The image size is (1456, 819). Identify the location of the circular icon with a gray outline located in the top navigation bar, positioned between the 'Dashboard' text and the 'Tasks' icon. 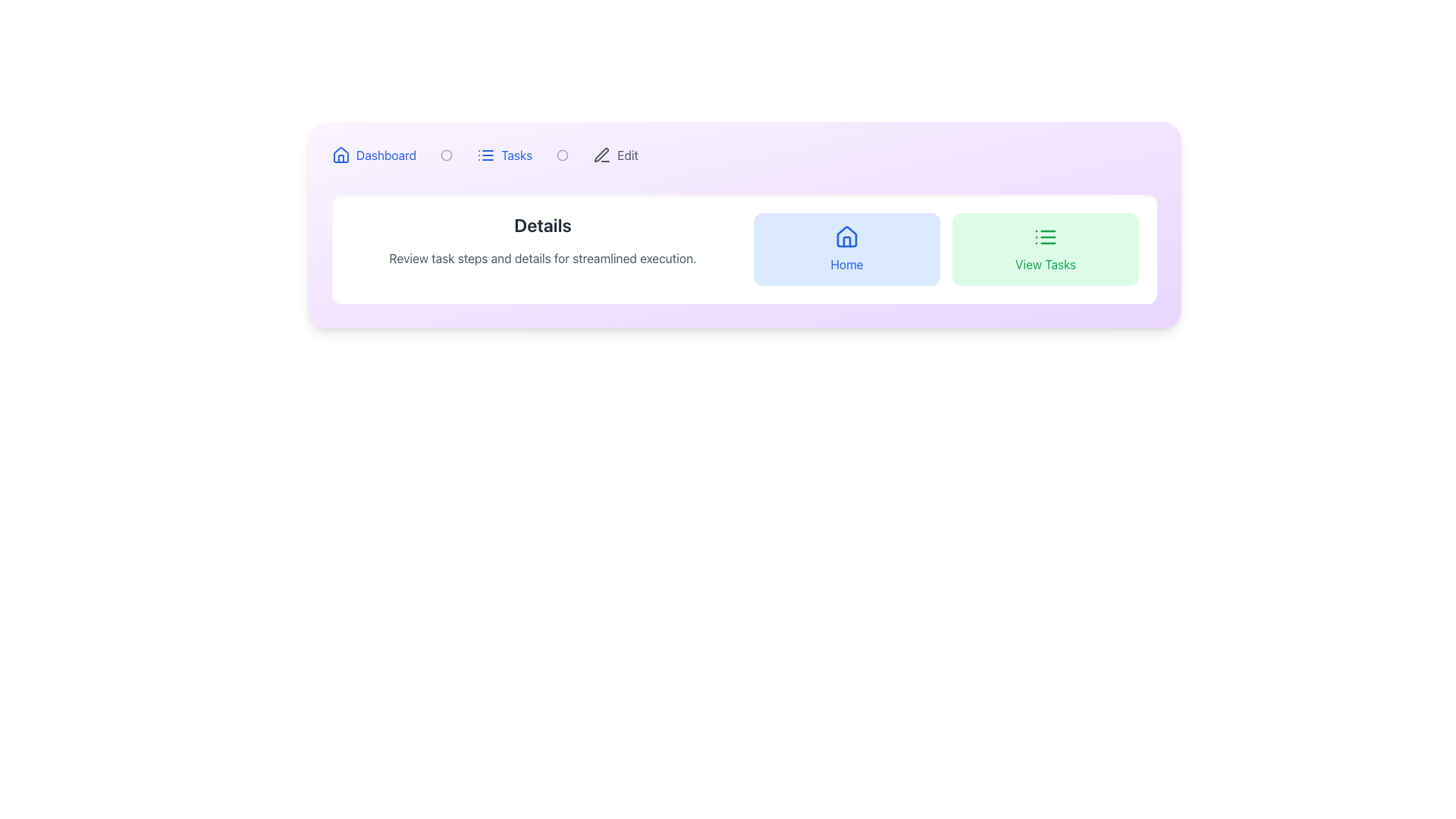
(562, 155).